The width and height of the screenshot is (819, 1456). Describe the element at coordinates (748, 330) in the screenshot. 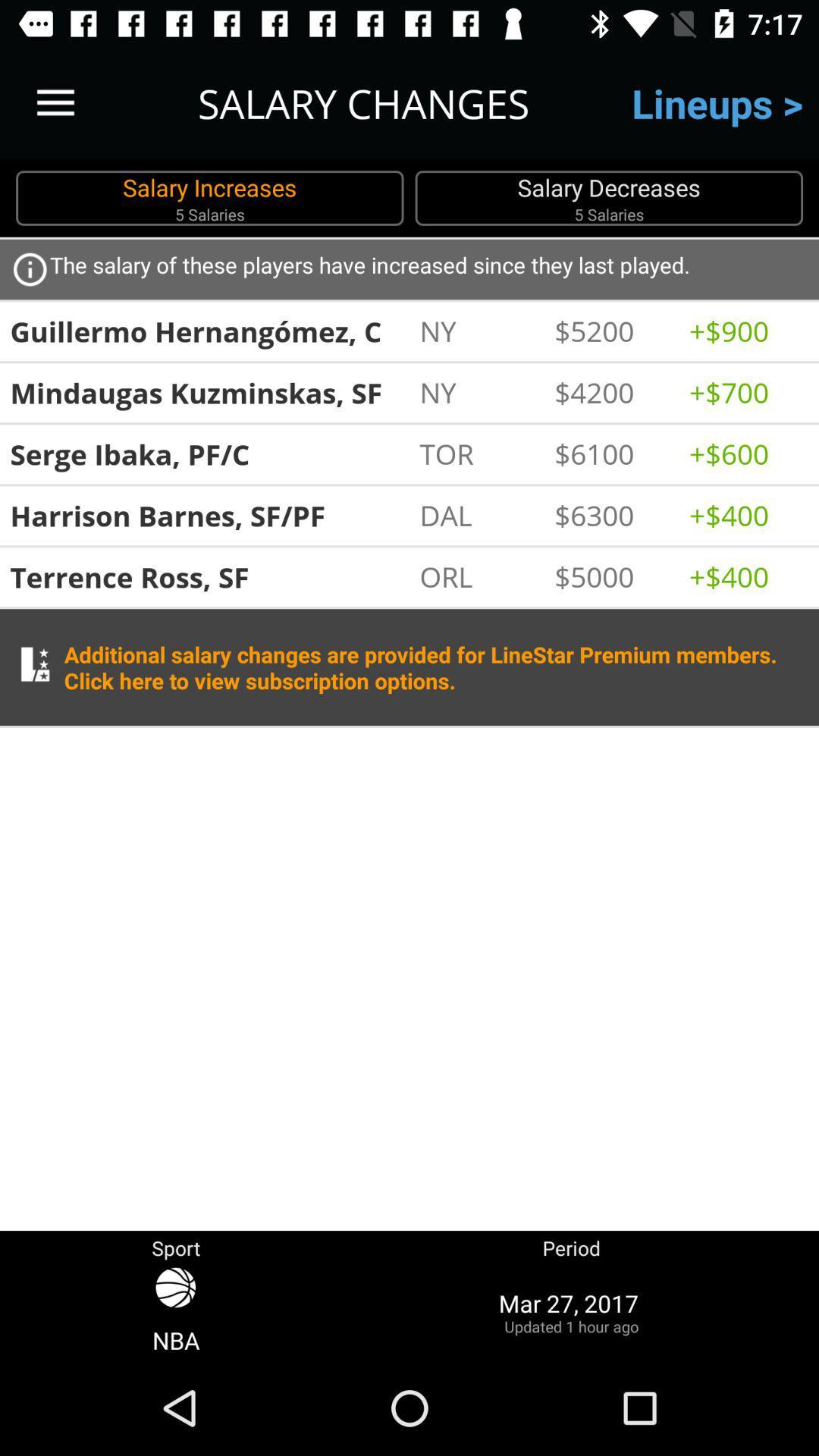

I see `the icon next to the $5200 icon` at that location.